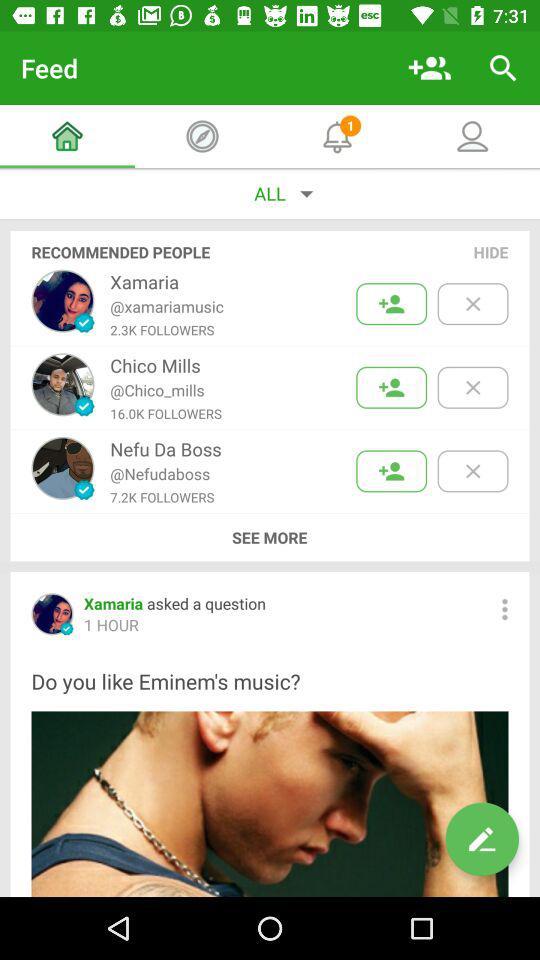  Describe the element at coordinates (481, 839) in the screenshot. I see `edit option` at that location.